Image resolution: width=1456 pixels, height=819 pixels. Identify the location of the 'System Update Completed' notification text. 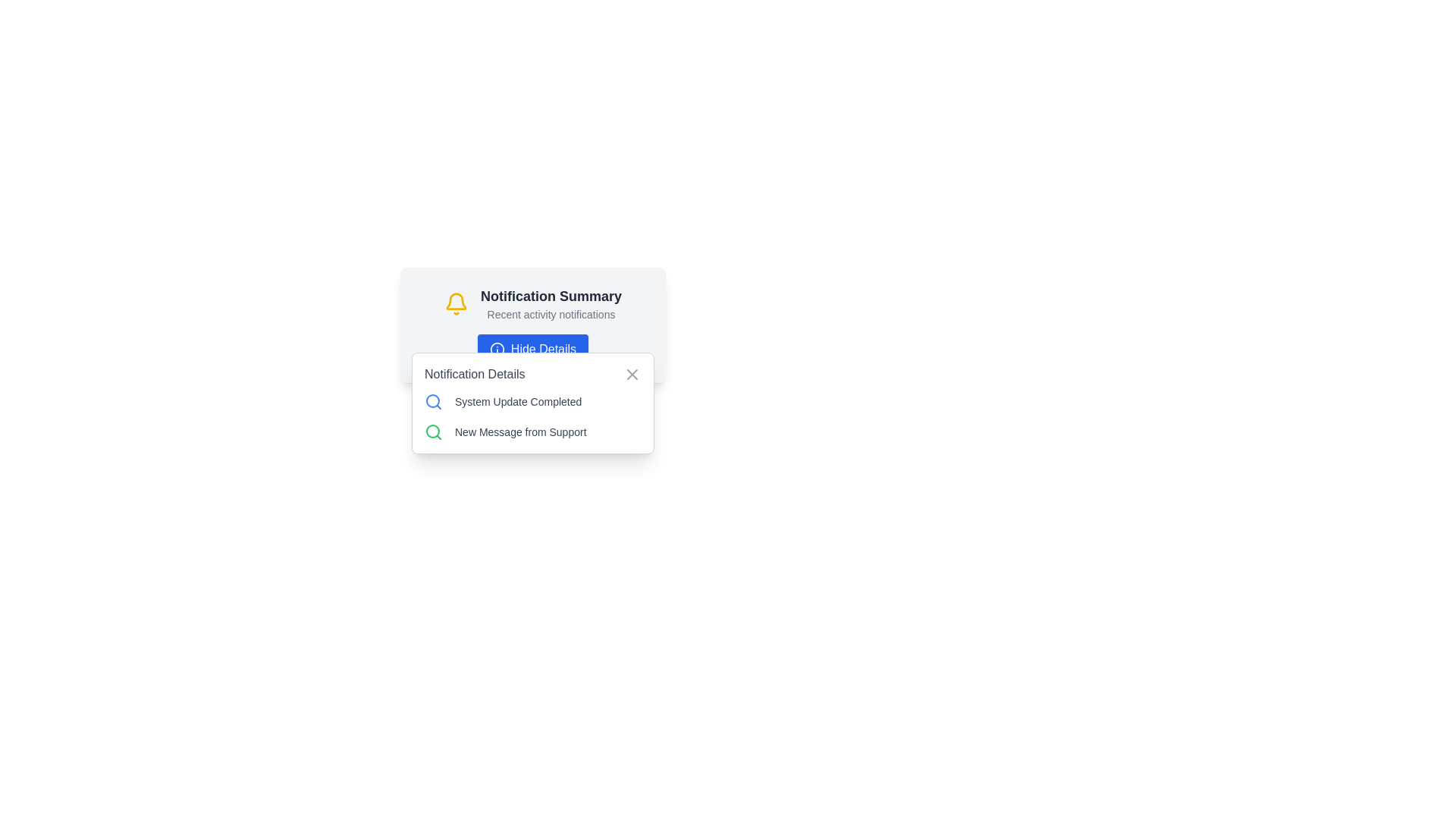
(532, 400).